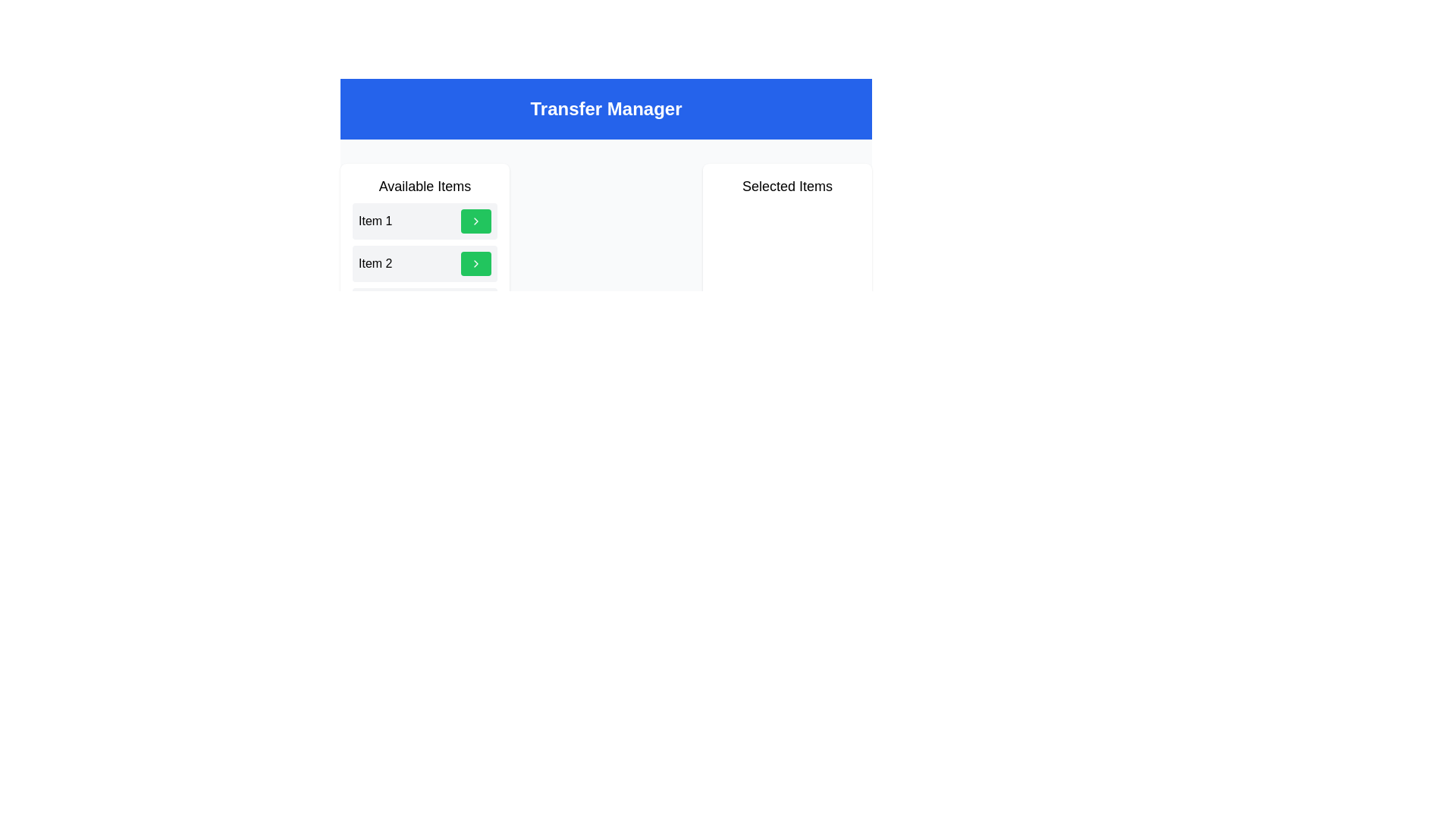 Image resolution: width=1456 pixels, height=819 pixels. What do you see at coordinates (425, 186) in the screenshot?
I see `the section header labeled 'Available Items' located in the left panel, which provides context for the list of selectable items` at bounding box center [425, 186].